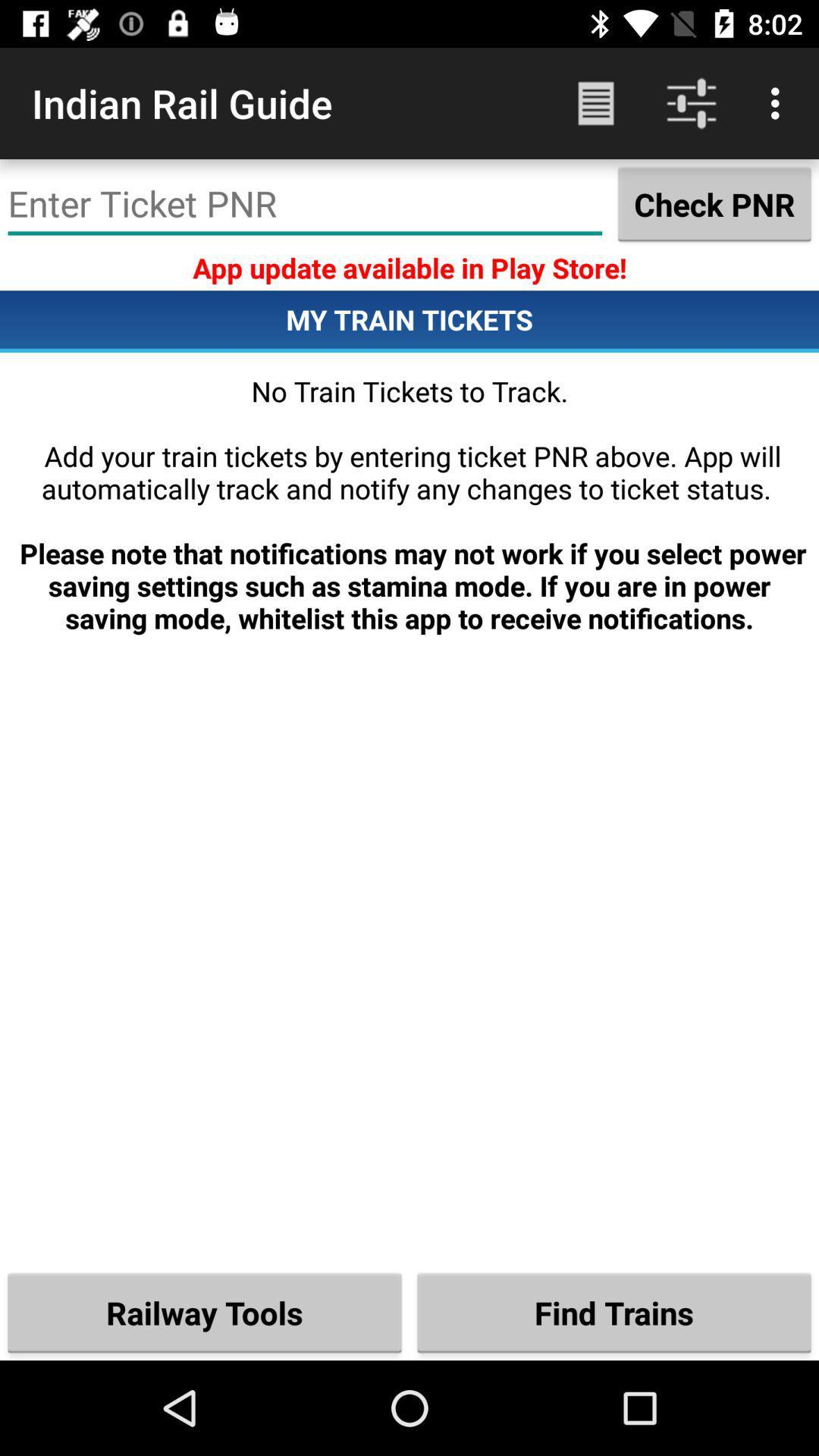  I want to click on item below the no train tickets item, so click(614, 1312).